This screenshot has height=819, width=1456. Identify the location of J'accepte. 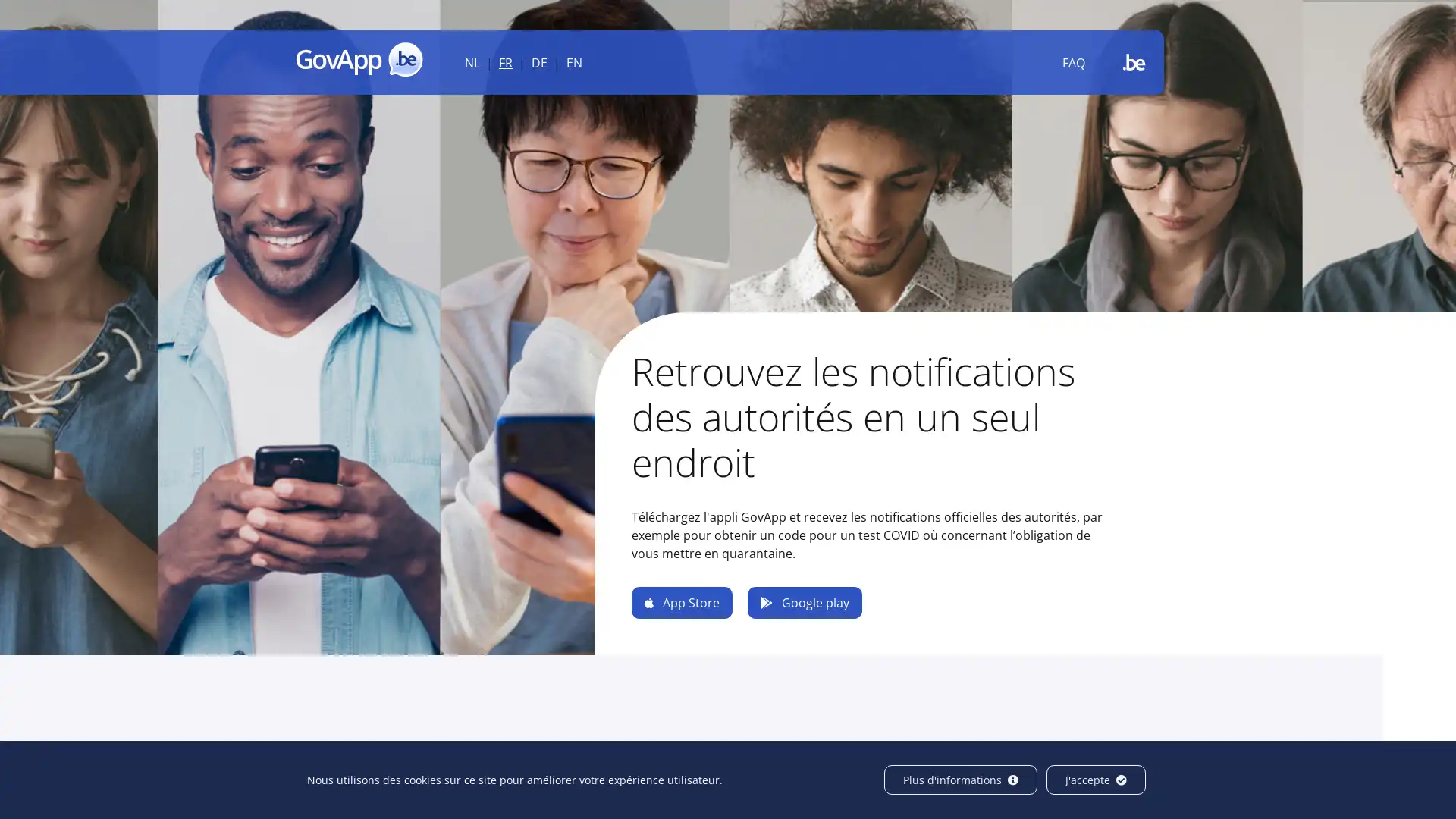
(1096, 780).